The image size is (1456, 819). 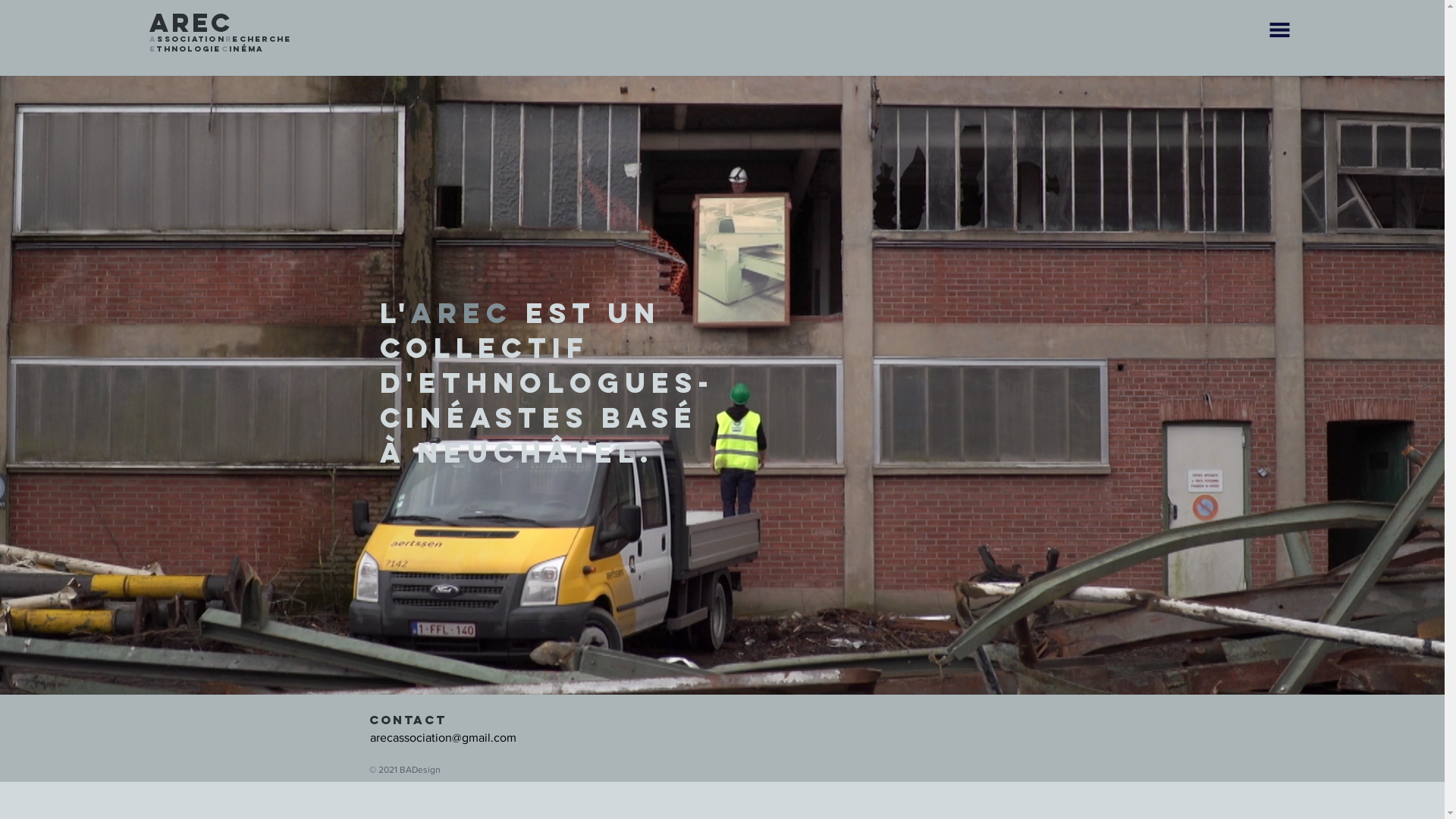 What do you see at coordinates (219, 38) in the screenshot?
I see `'AssociationRecherche'` at bounding box center [219, 38].